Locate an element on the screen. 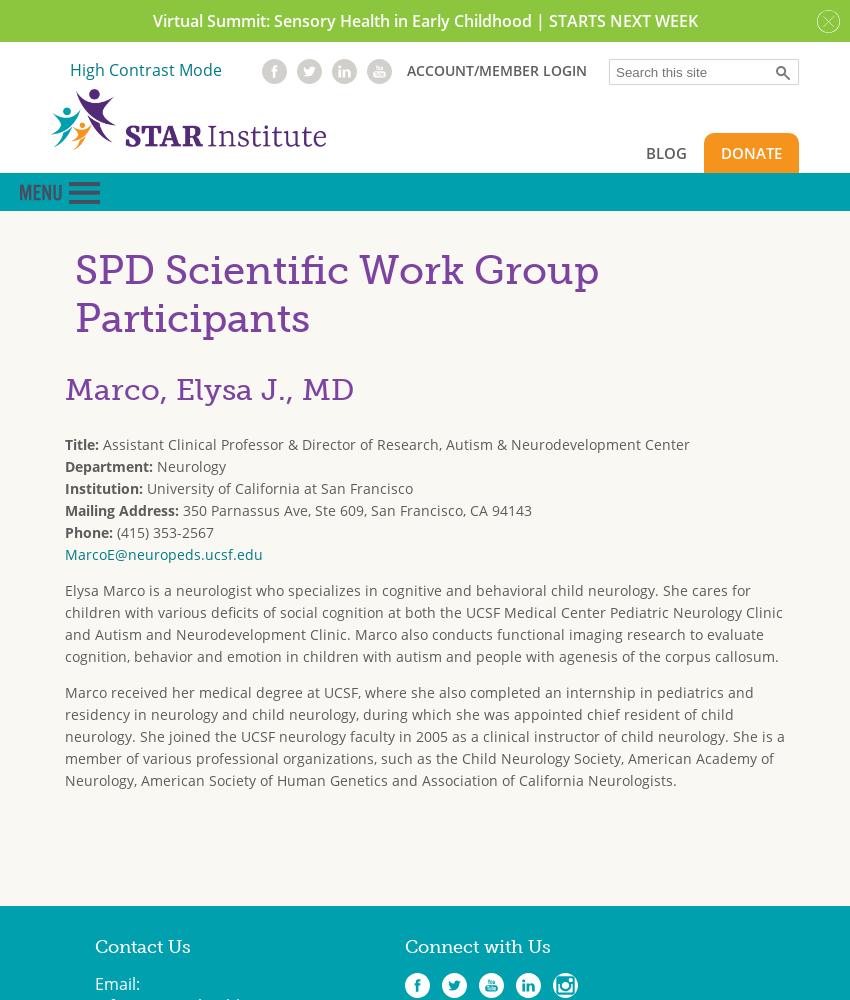  'Phone:' is located at coordinates (65, 531).